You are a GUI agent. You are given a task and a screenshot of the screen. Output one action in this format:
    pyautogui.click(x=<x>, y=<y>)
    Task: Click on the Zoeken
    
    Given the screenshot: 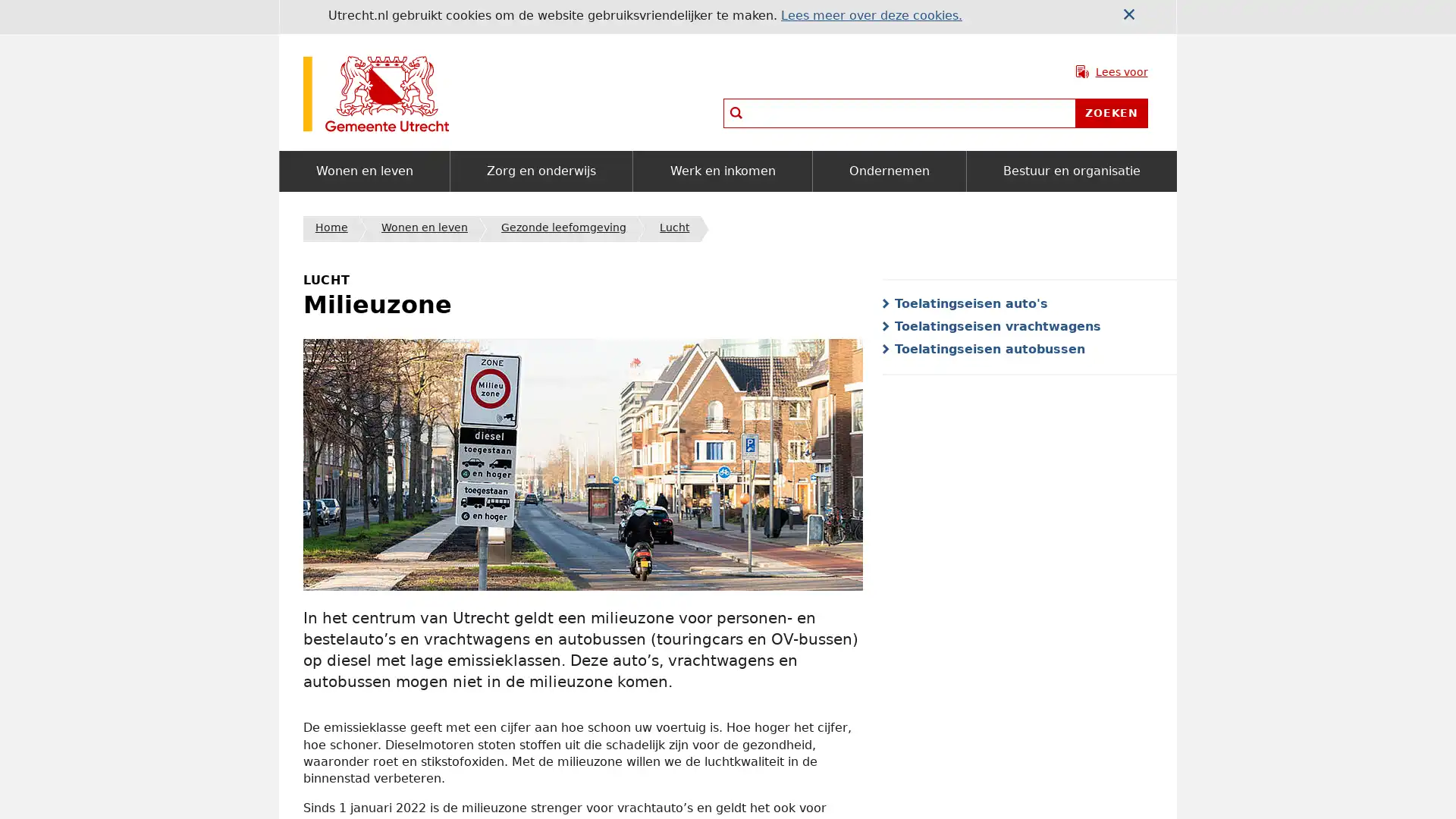 What is the action you would take?
    pyautogui.click(x=1111, y=112)
    